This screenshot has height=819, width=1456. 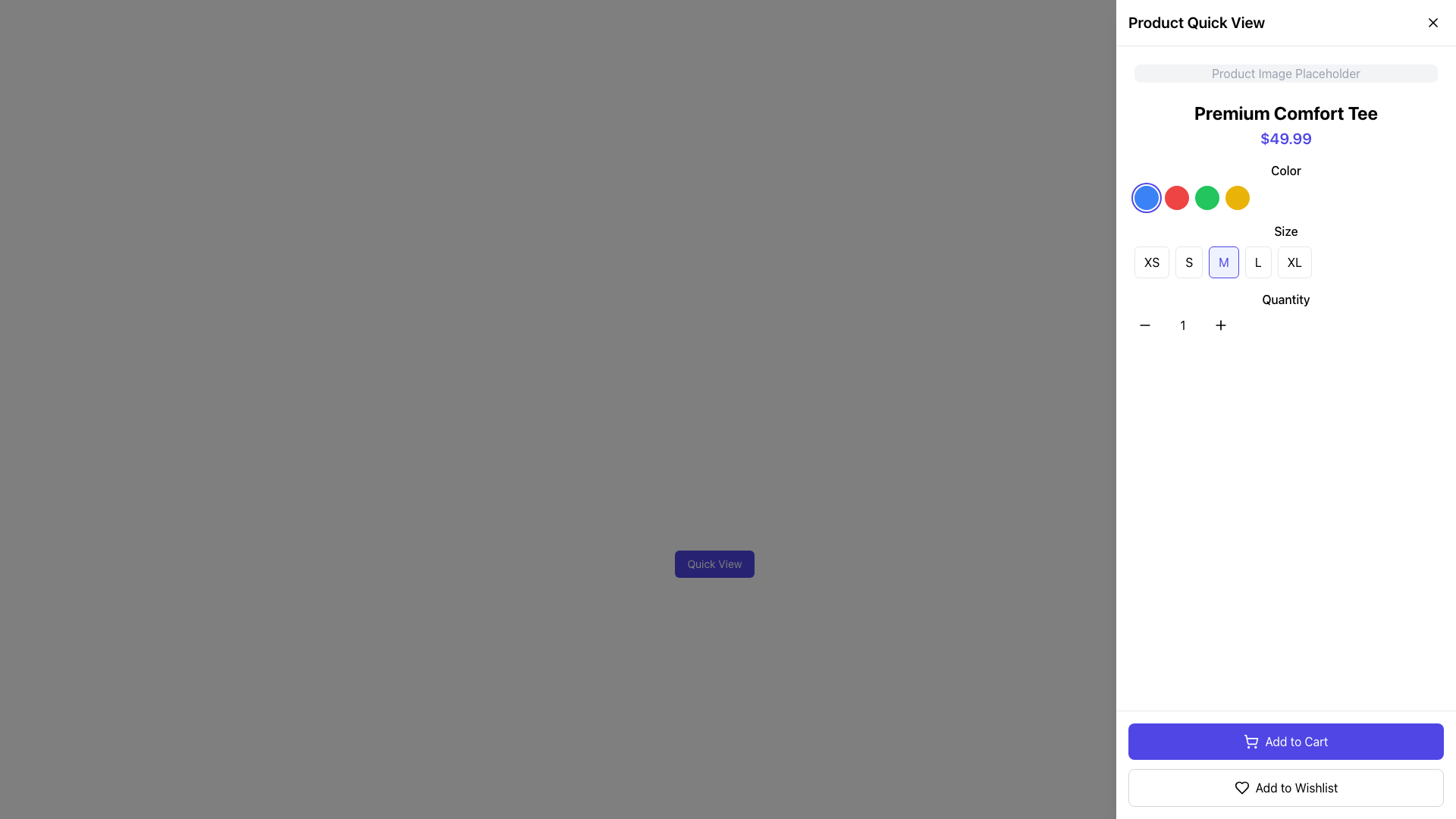 I want to click on the minus button located below the 'Quantity' label to decrease the quantity in the product quick view modal, so click(x=1145, y=324).